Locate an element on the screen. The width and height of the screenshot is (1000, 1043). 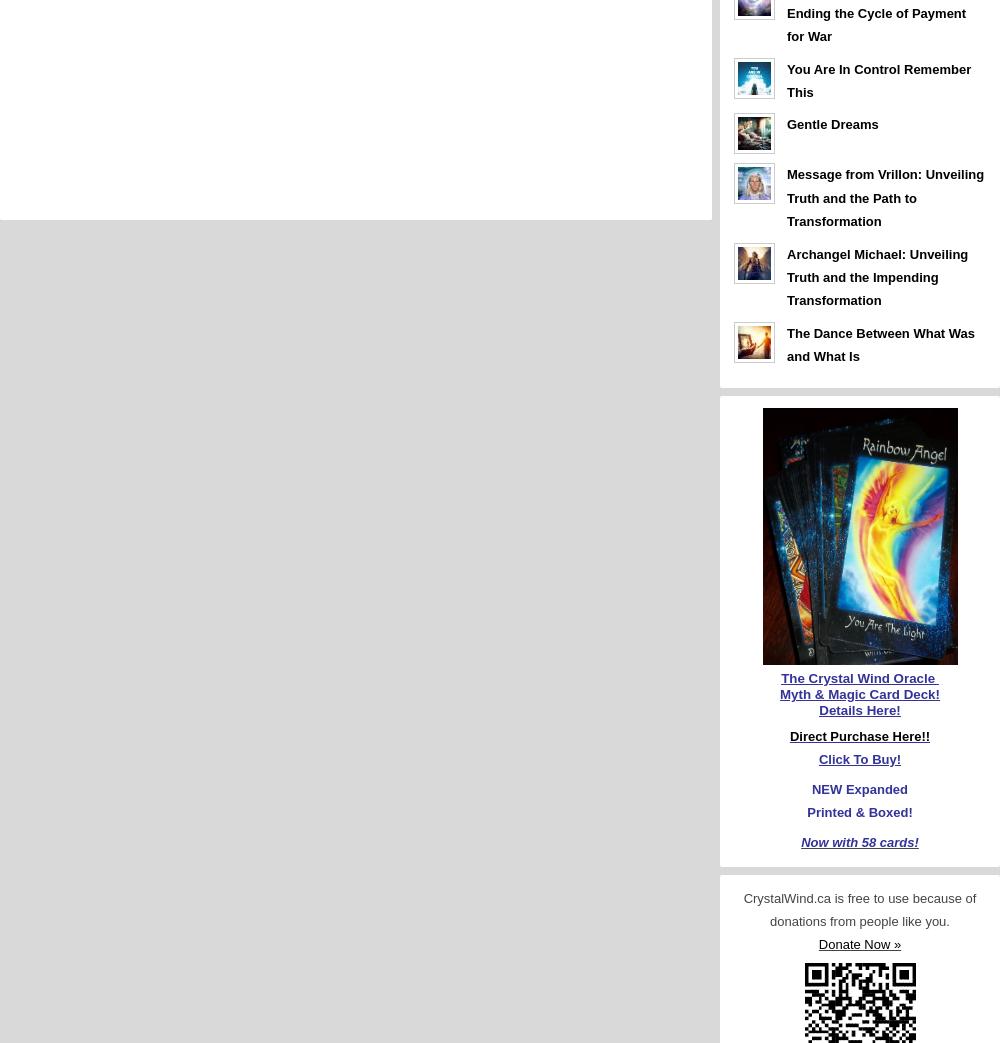
'NEW Expanded' is located at coordinates (811, 787).